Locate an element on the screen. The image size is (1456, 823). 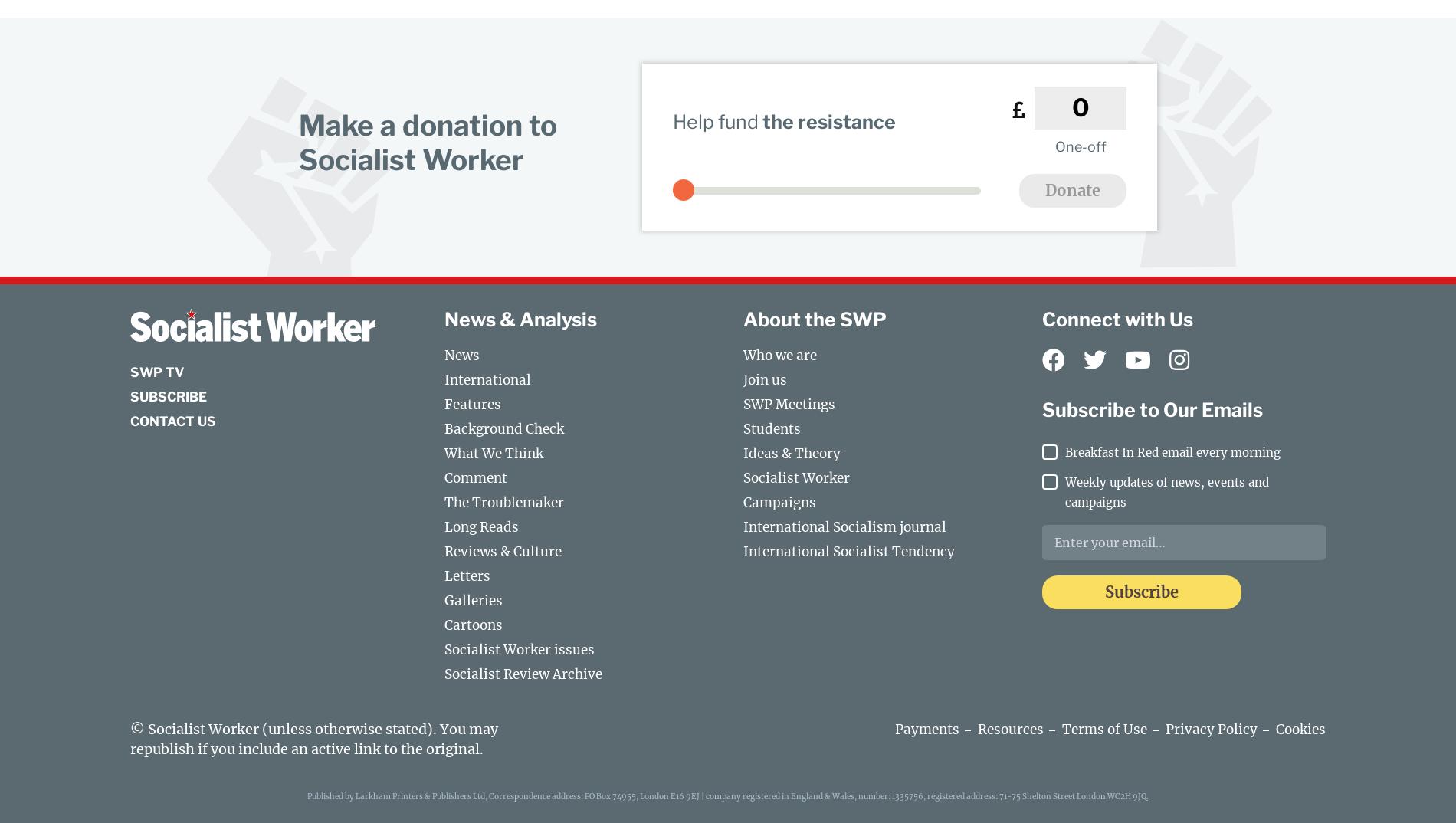
'Background Check' is located at coordinates (503, 428).